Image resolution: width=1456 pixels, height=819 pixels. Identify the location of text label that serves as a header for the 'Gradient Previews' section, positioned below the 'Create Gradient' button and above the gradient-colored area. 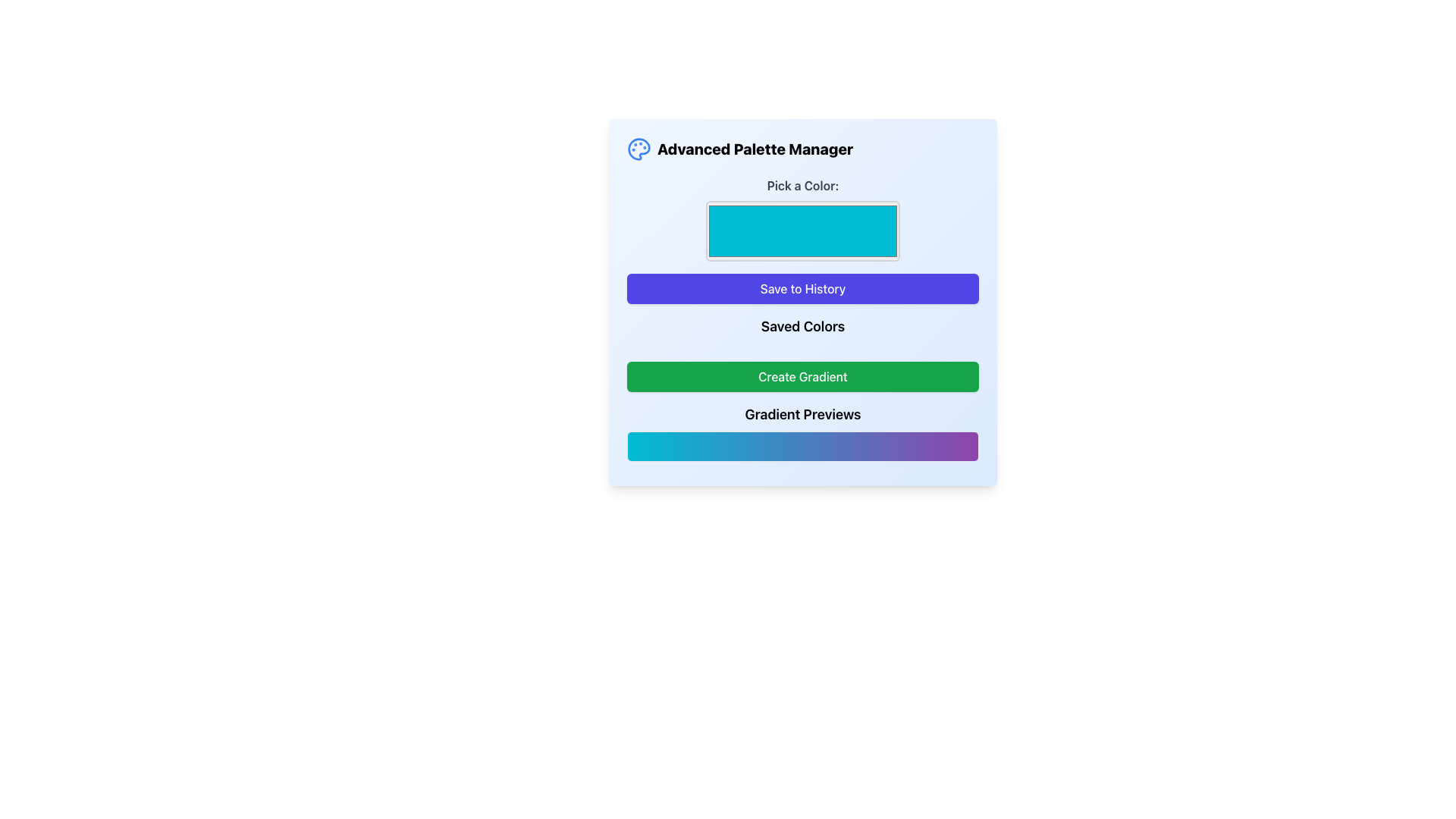
(802, 415).